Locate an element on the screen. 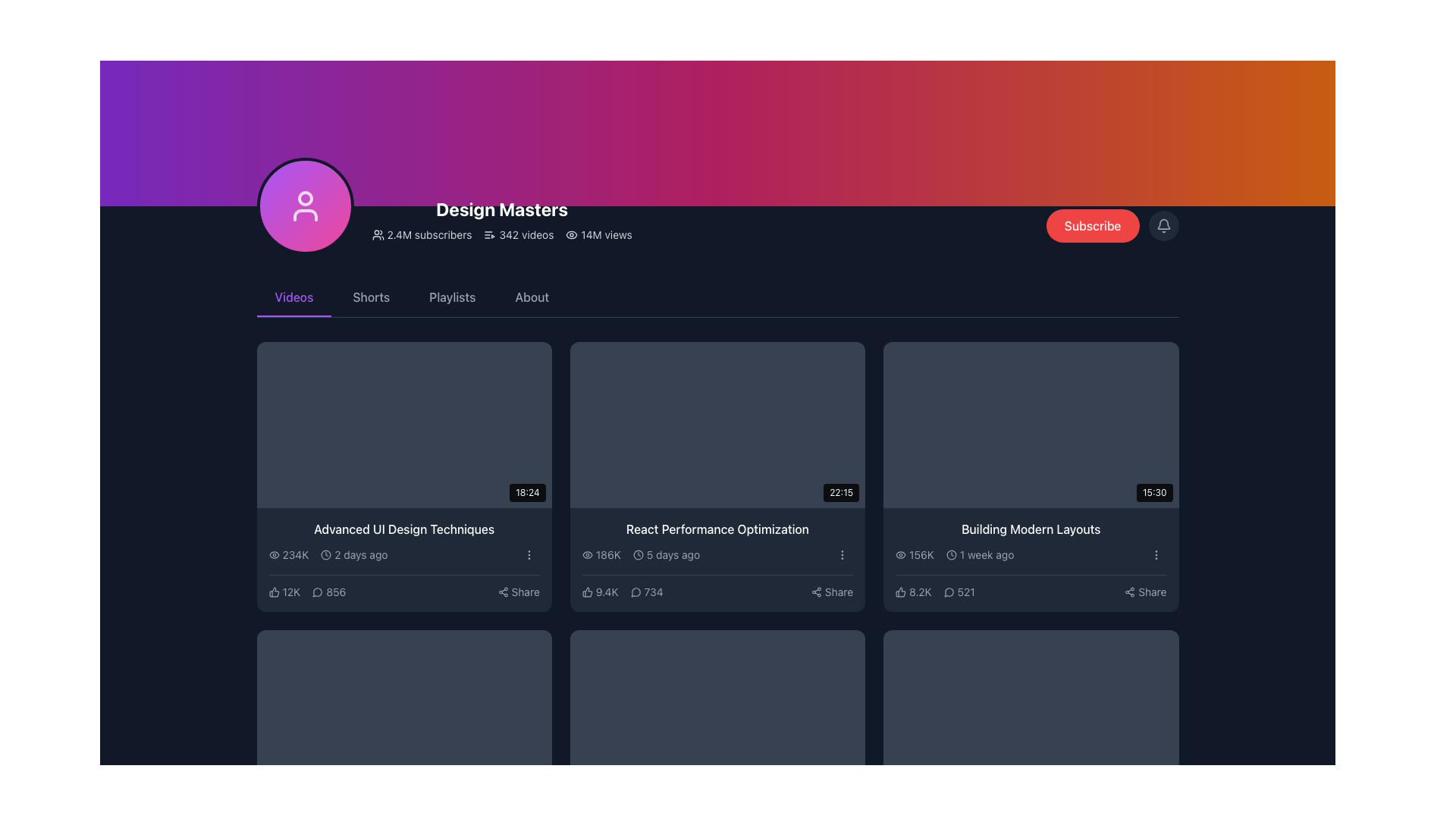 The width and height of the screenshot is (1456, 819). the static text element displaying '14M views' with an eye icon, which is the last item in the horizontal list of statistics under 'Design Masters' is located at coordinates (598, 234).